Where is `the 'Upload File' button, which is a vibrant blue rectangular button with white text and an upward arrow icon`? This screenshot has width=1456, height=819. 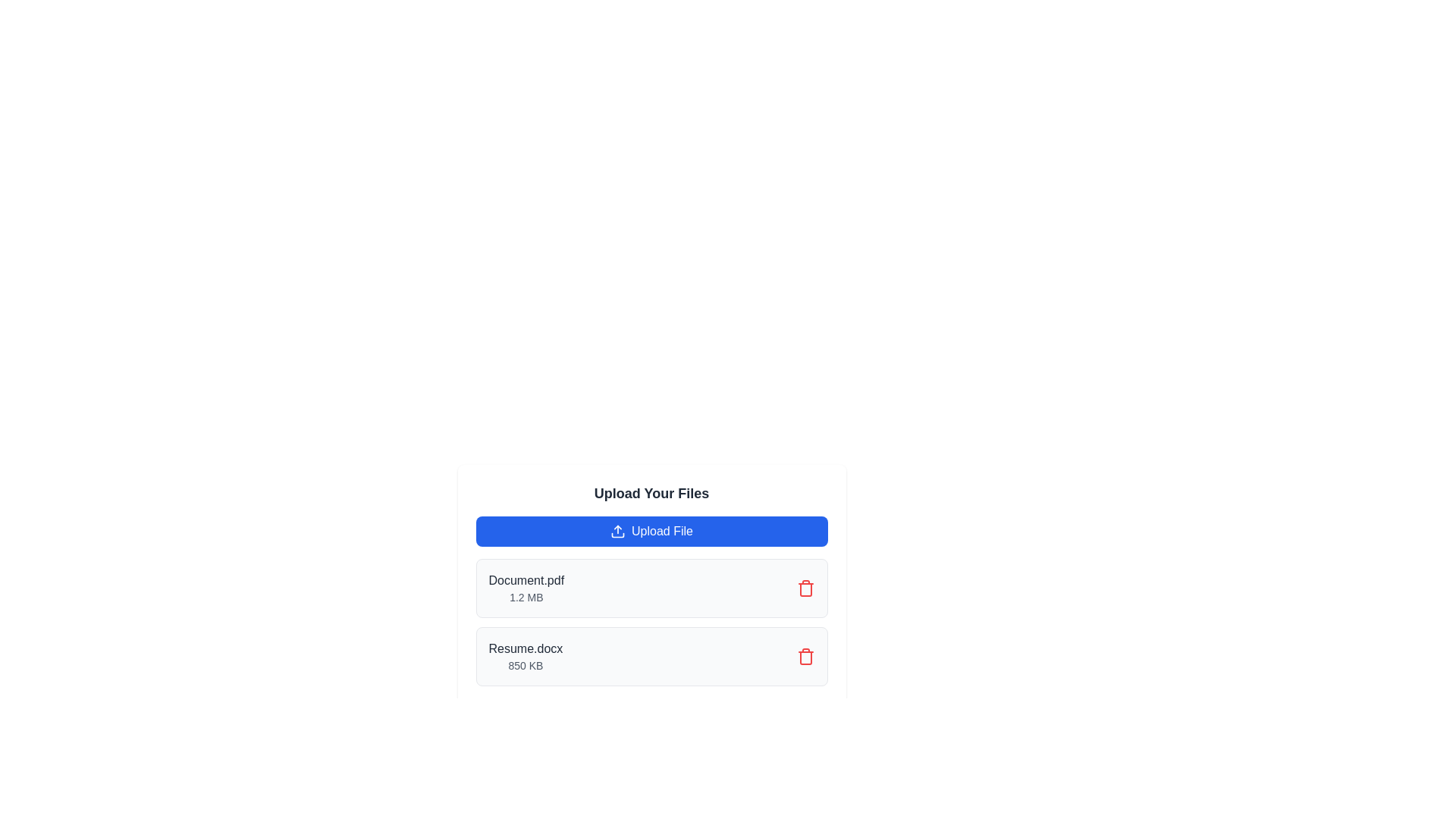
the 'Upload File' button, which is a vibrant blue rectangular button with white text and an upward arrow icon is located at coordinates (651, 531).